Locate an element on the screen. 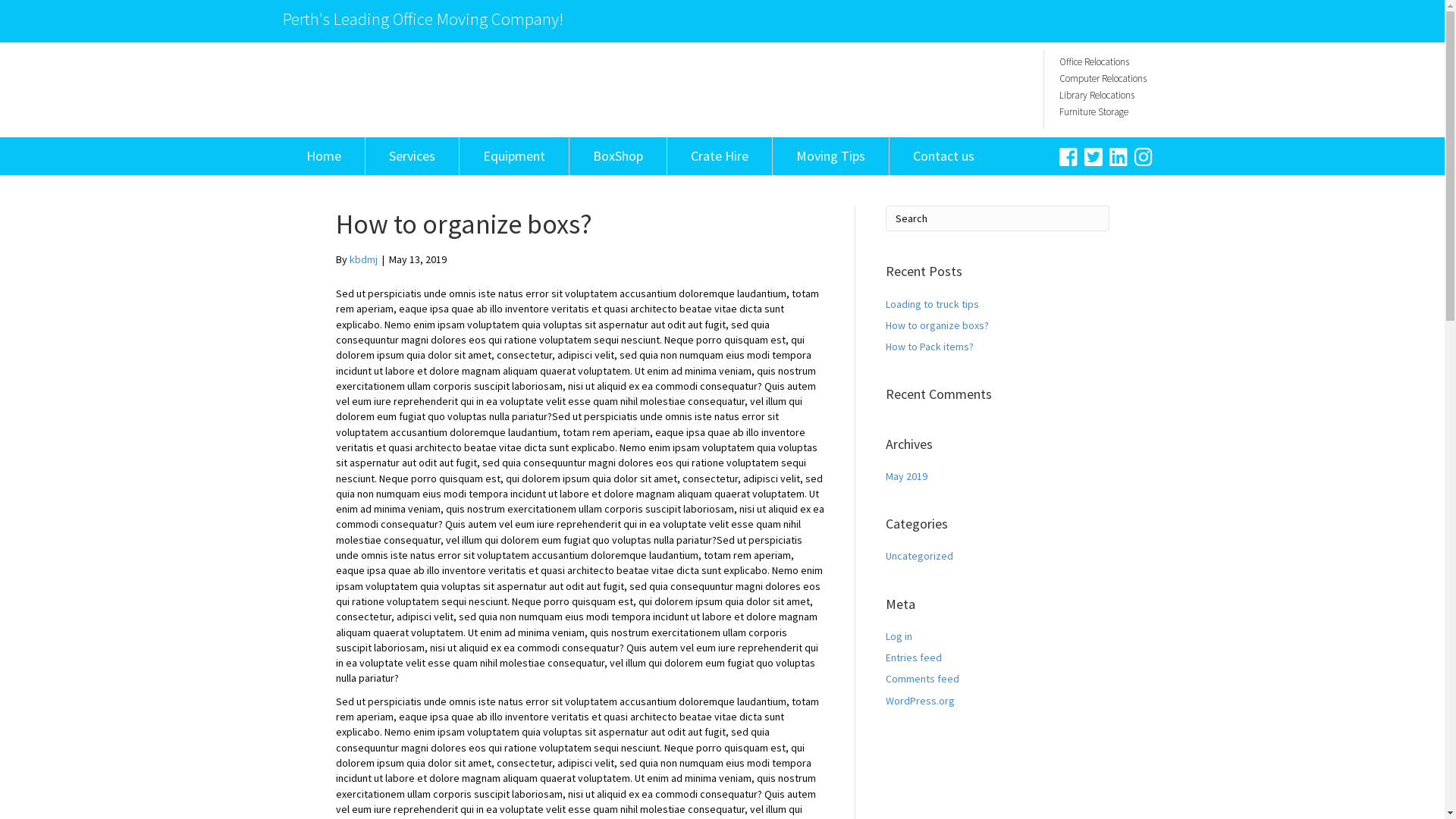  'BoxShop' is located at coordinates (617, 155).